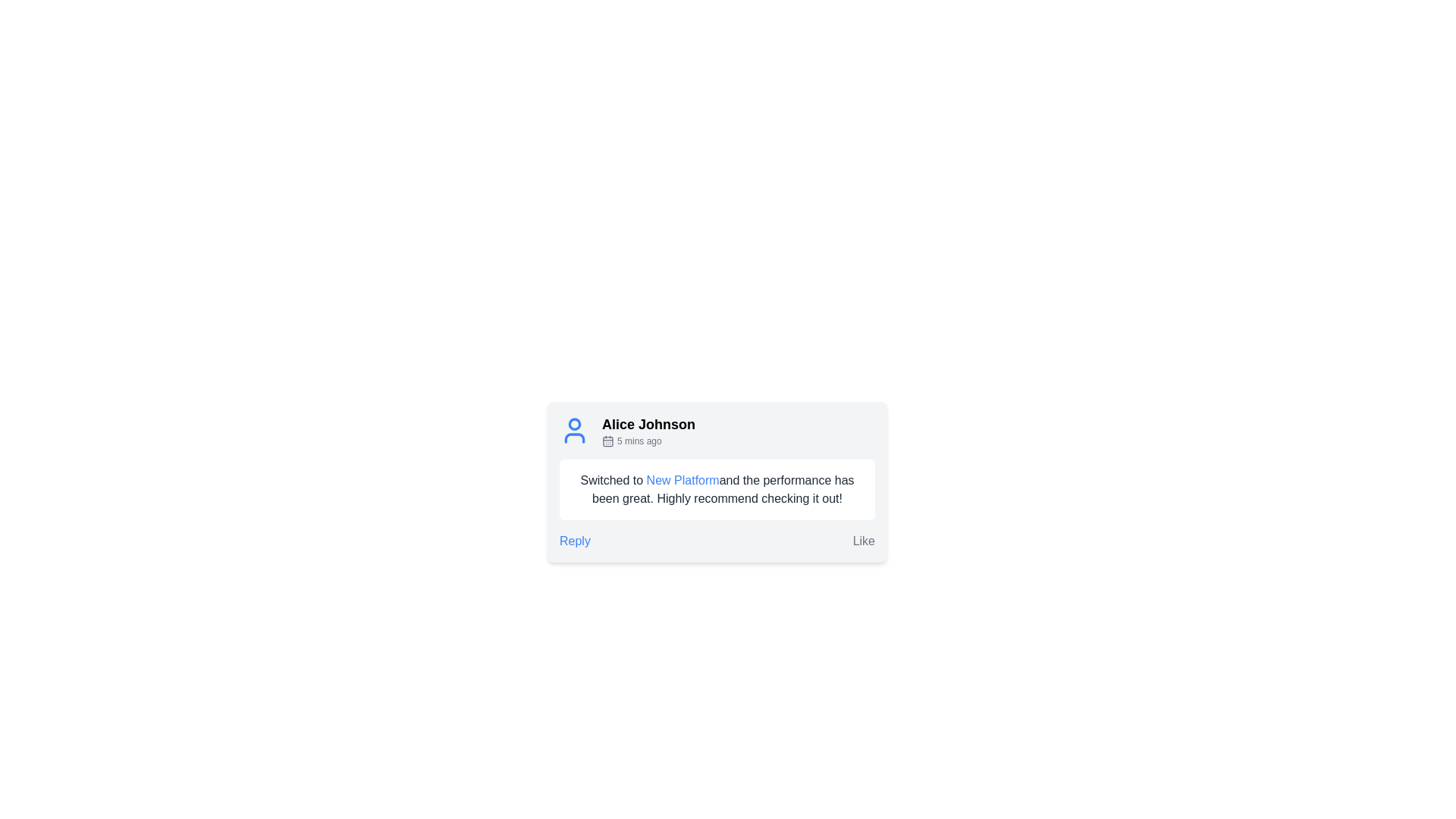  What do you see at coordinates (648, 441) in the screenshot?
I see `the timestamp text with icon located beneath the user's name 'Alice Johnson' in the user comment card` at bounding box center [648, 441].